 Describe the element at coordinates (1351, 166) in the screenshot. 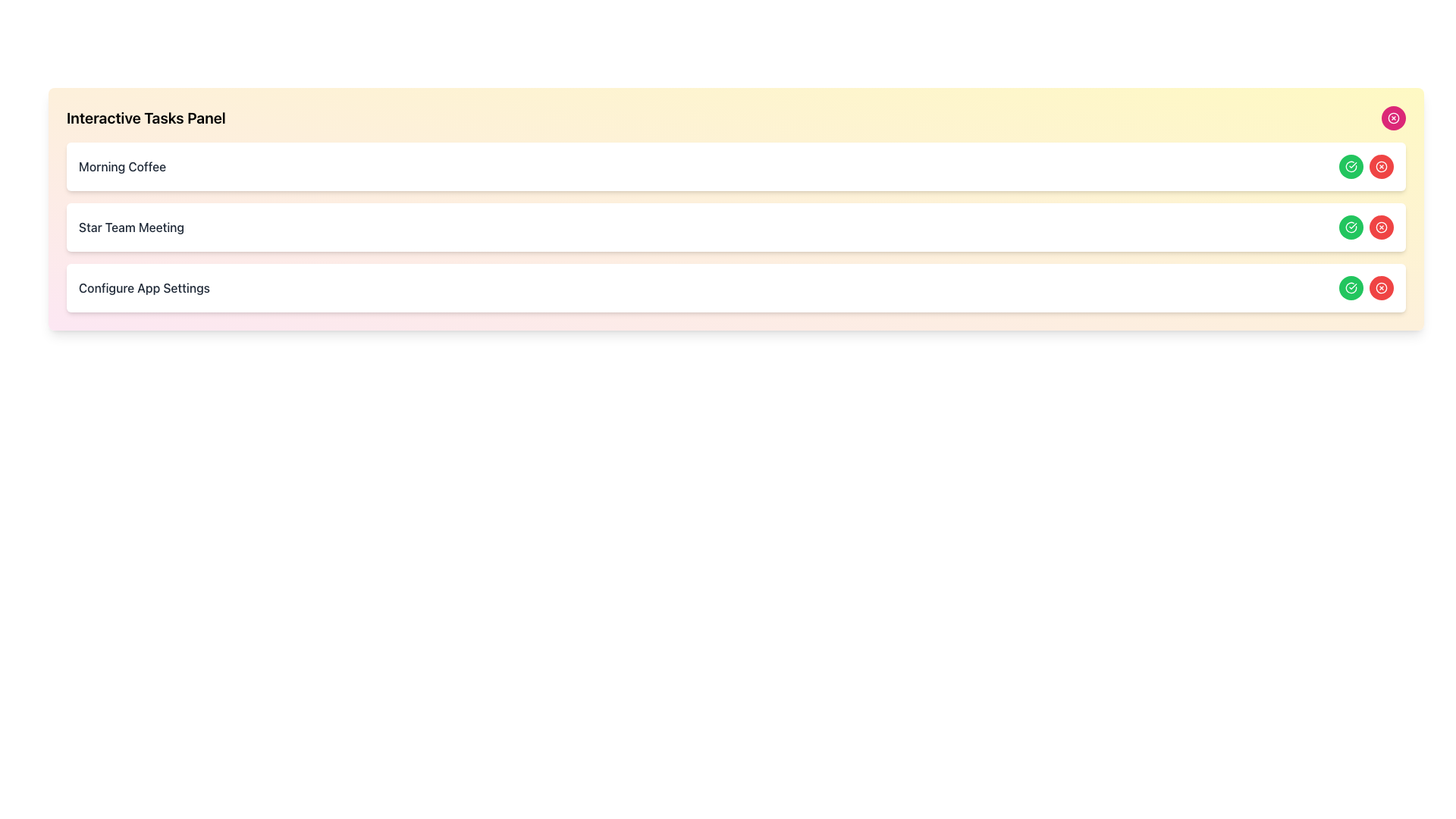

I see `the first green checkmark icon in the third line of the task list` at that location.